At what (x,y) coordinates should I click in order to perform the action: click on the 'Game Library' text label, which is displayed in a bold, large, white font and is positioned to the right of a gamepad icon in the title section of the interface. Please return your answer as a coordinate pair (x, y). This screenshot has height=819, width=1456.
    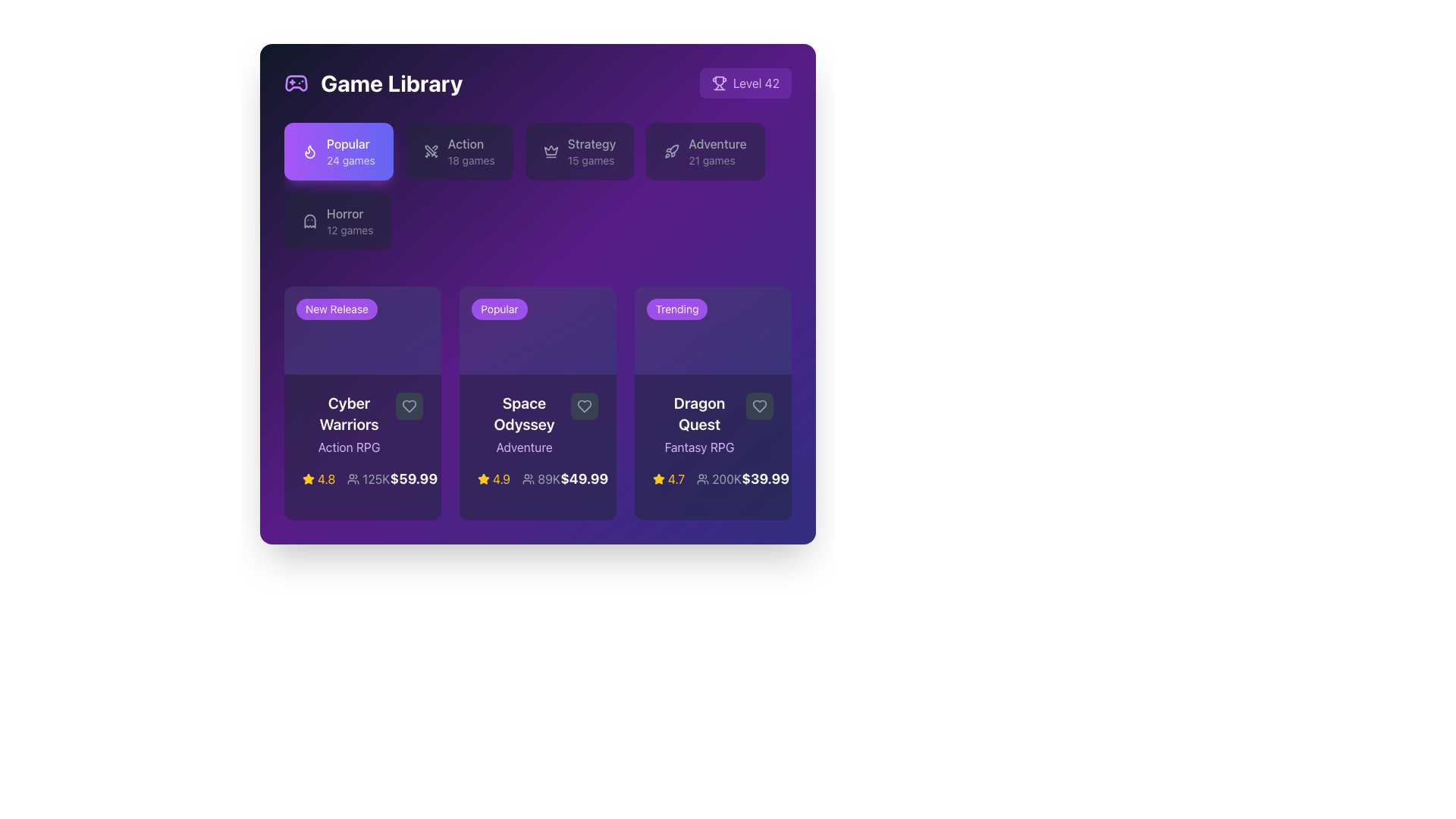
    Looking at the image, I should click on (391, 83).